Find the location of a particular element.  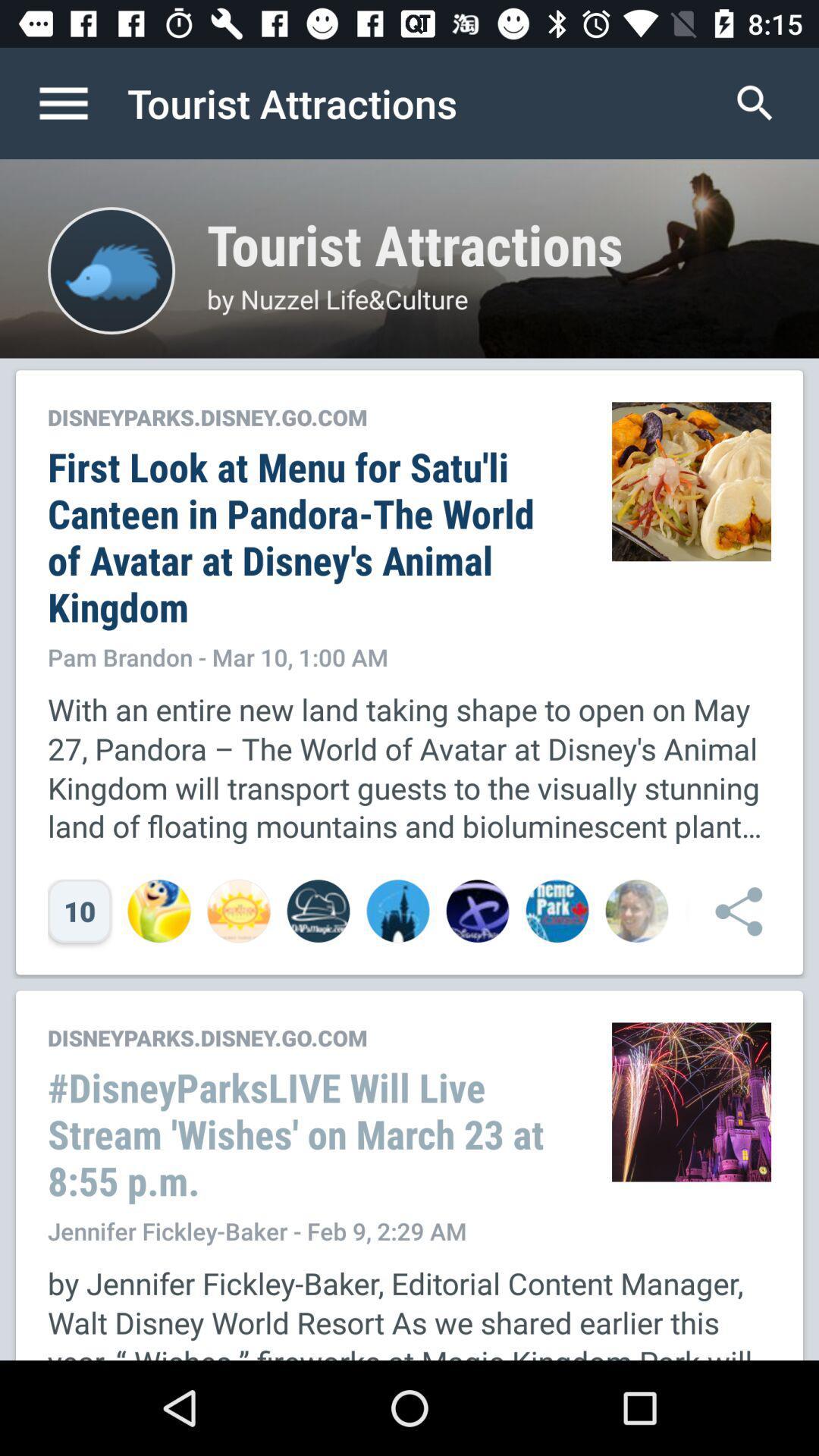

menu button is located at coordinates (79, 102).